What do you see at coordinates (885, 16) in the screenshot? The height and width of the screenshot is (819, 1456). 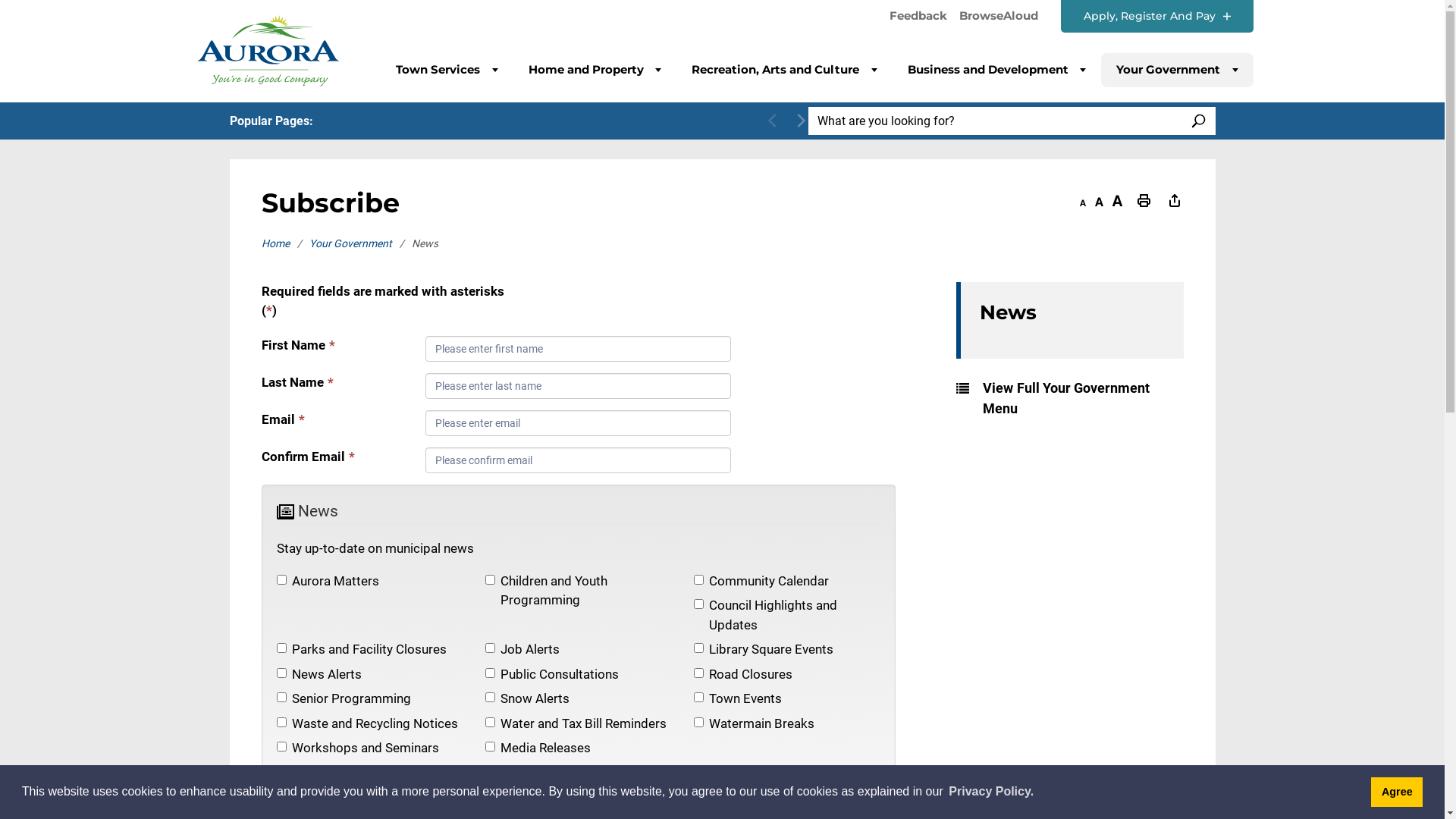 I see `'Feedback'` at bounding box center [885, 16].